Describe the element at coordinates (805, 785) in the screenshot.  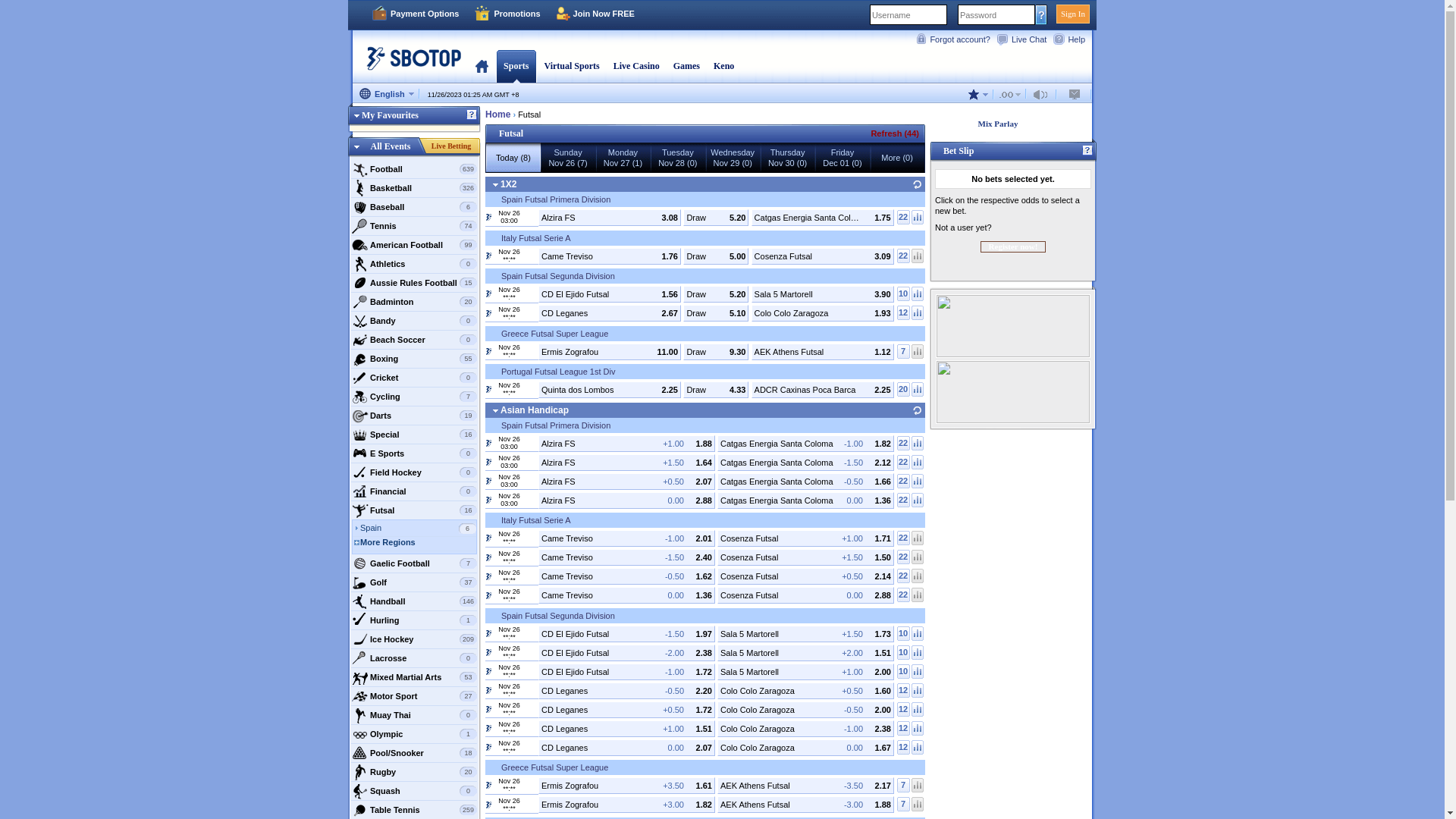
I see `'2.17` at that location.